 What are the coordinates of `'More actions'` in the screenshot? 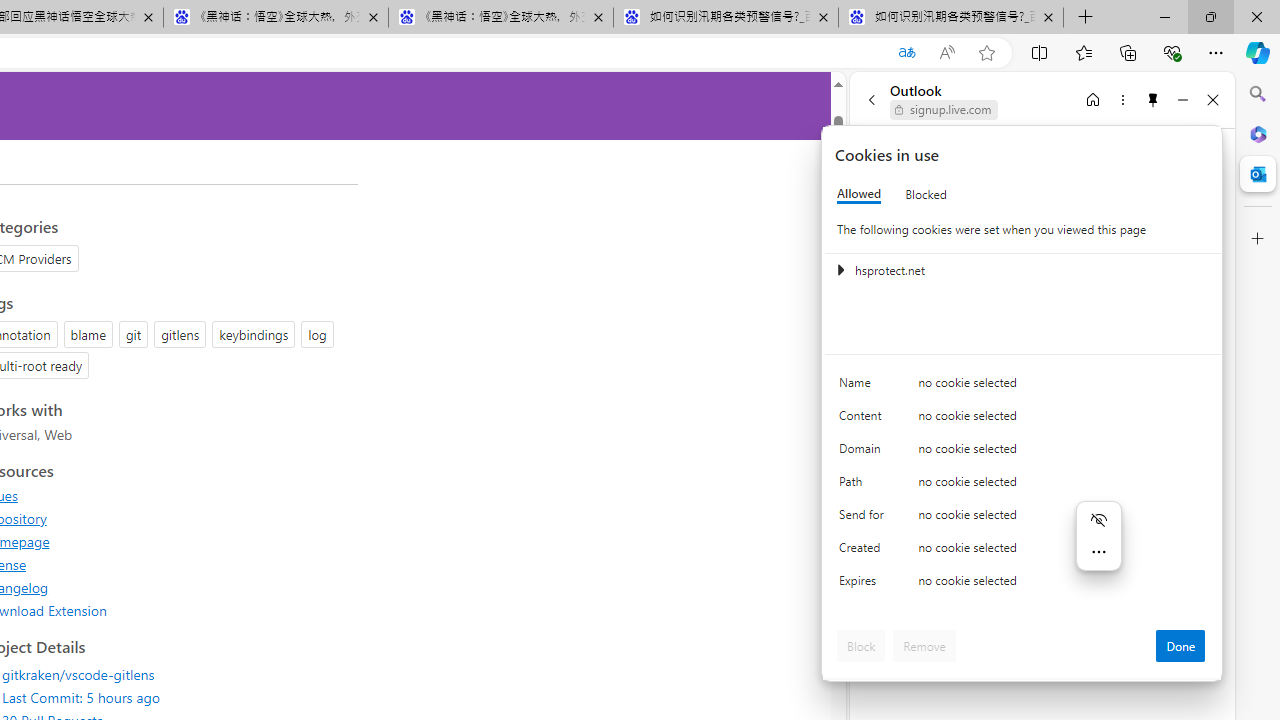 It's located at (1097, 551).